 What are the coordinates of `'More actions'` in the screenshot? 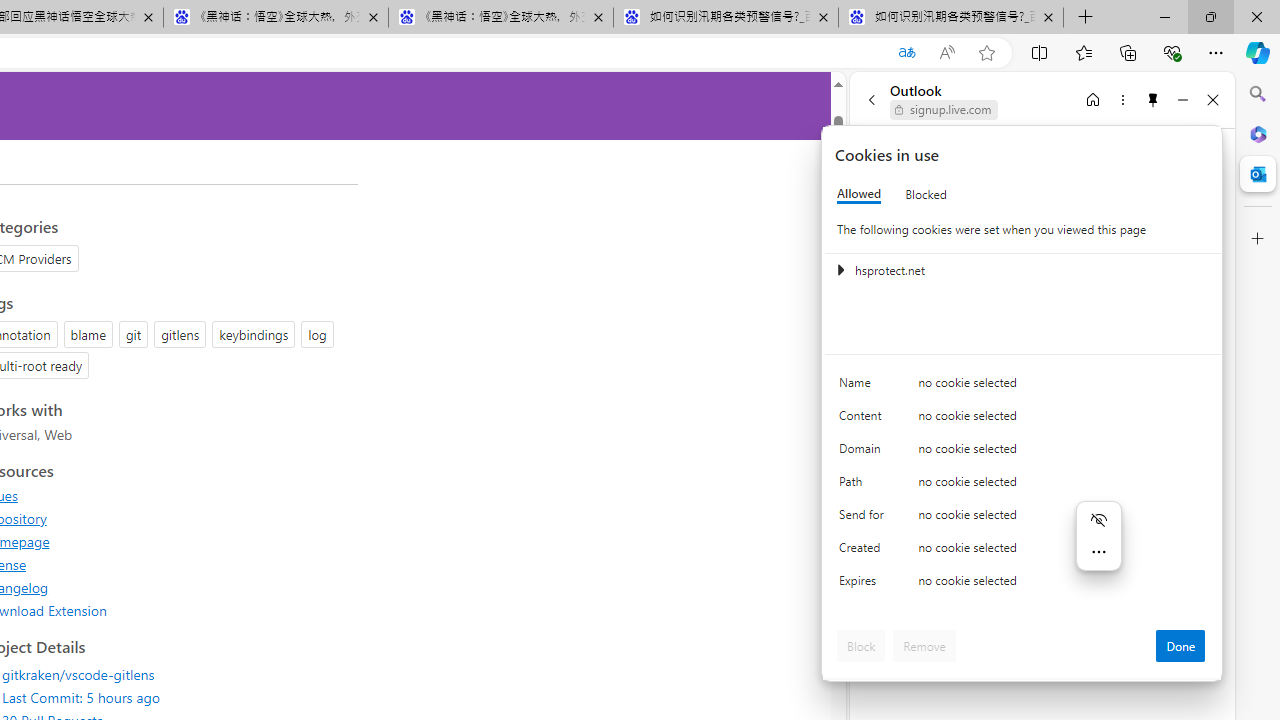 It's located at (1097, 551).